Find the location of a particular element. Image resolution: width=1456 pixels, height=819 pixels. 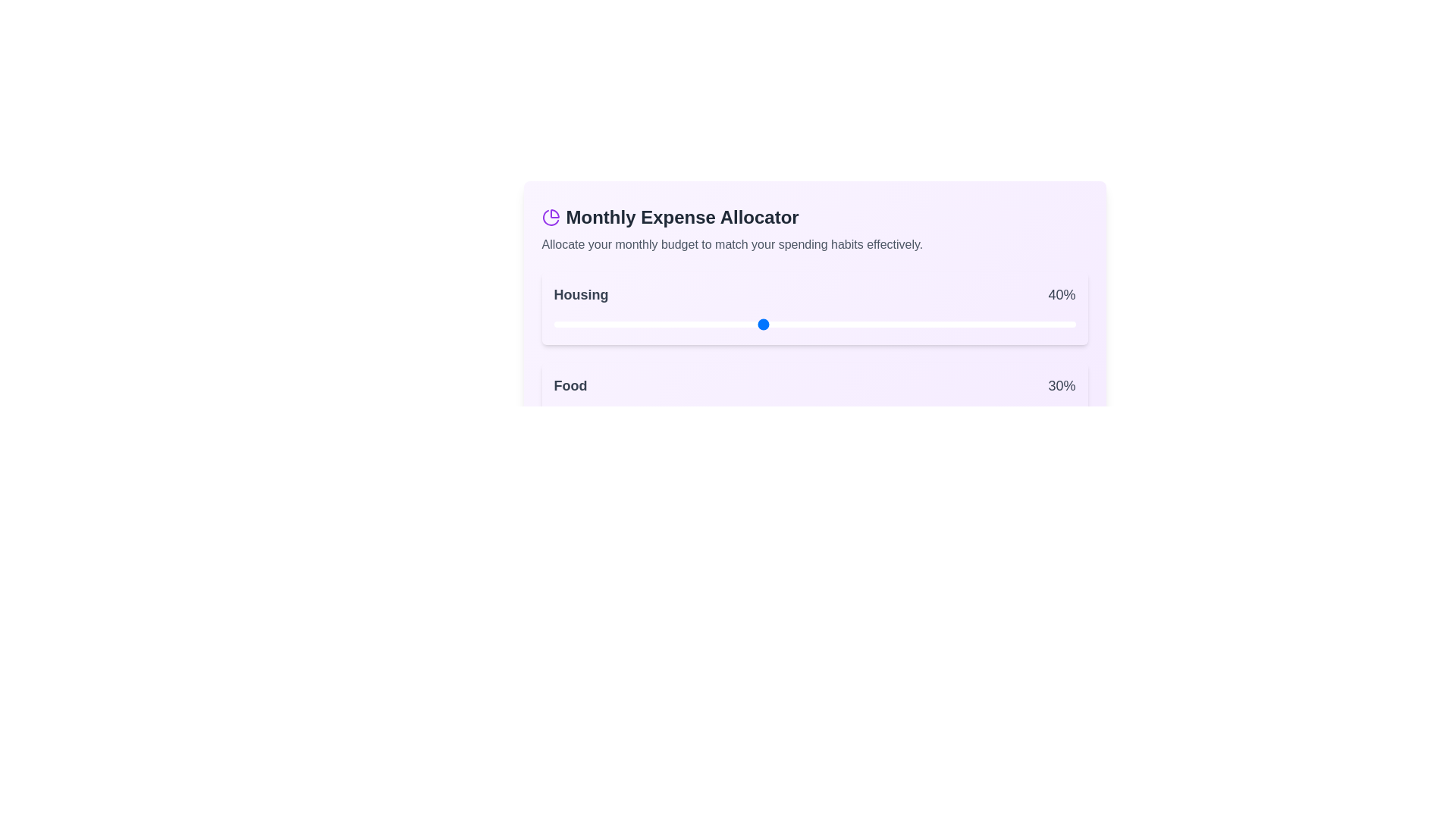

the value of the 'Housing' percentage slider is located at coordinates (558, 324).